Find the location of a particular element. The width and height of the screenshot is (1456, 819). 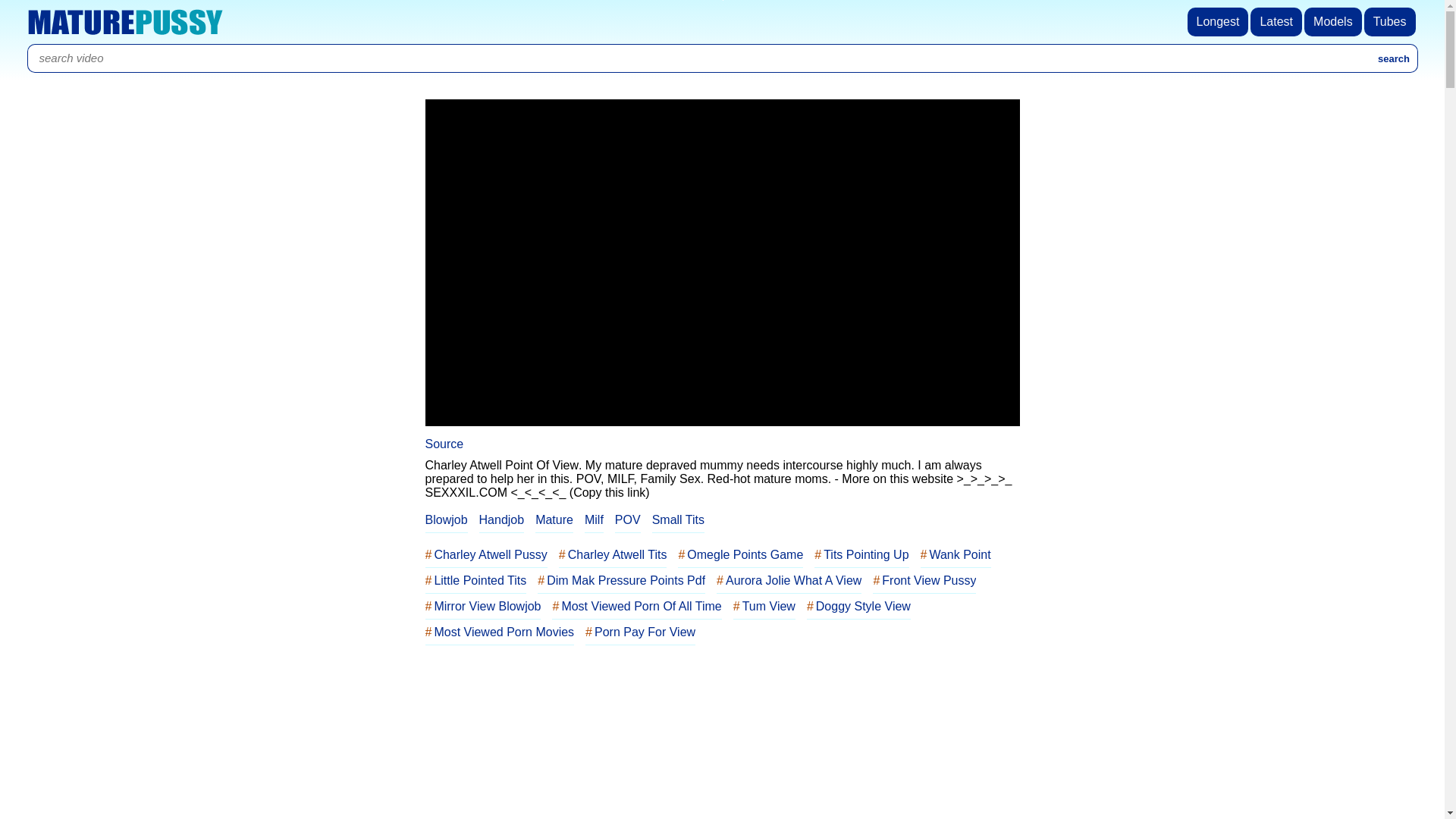

'Aurora Jolie What A View' is located at coordinates (716, 580).